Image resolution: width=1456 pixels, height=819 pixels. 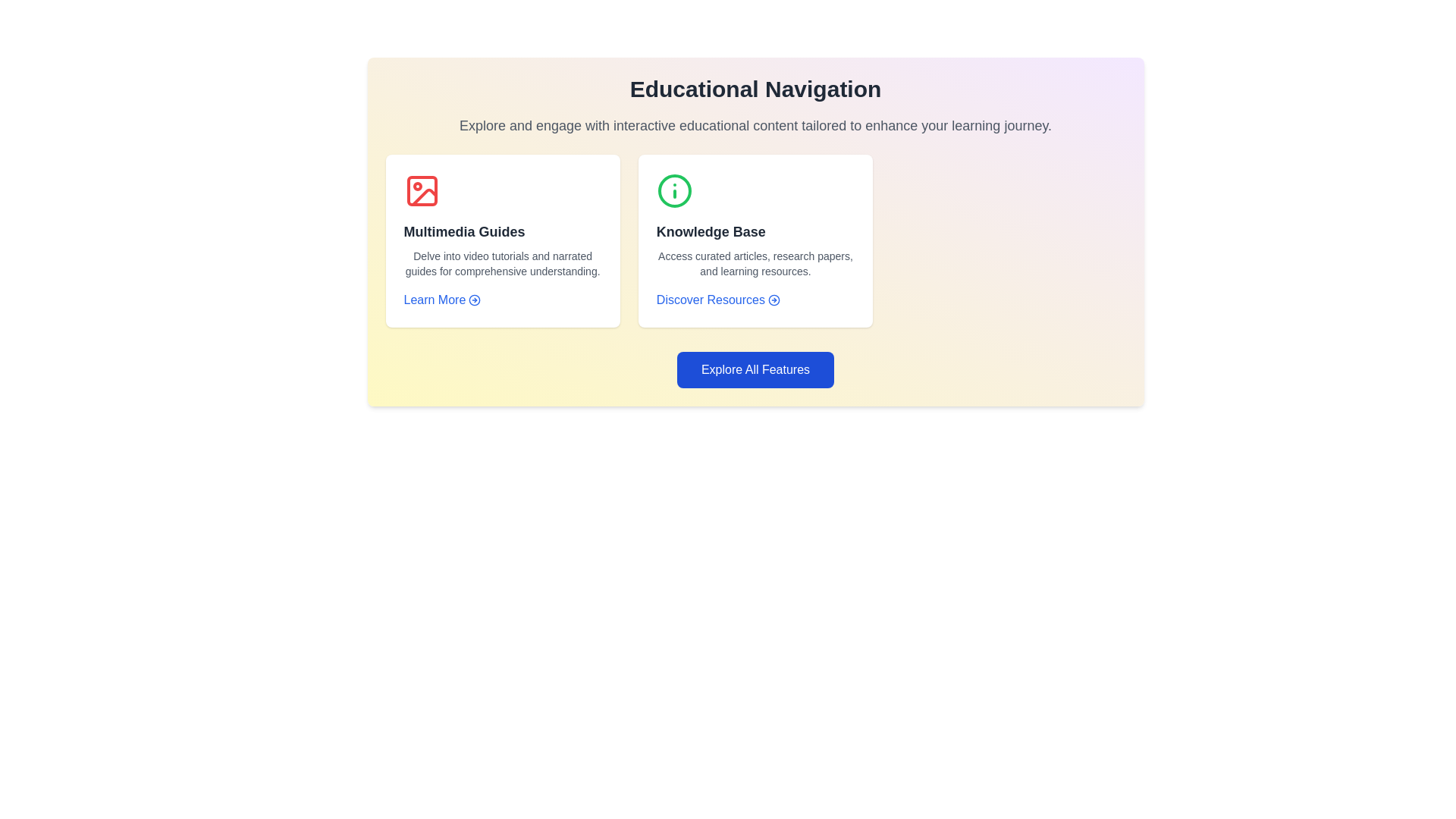 I want to click on the 'Multimedia Guides' icon located in the top-left corner of the content card, which helps users identify the multimedia guides category, so click(x=422, y=190).